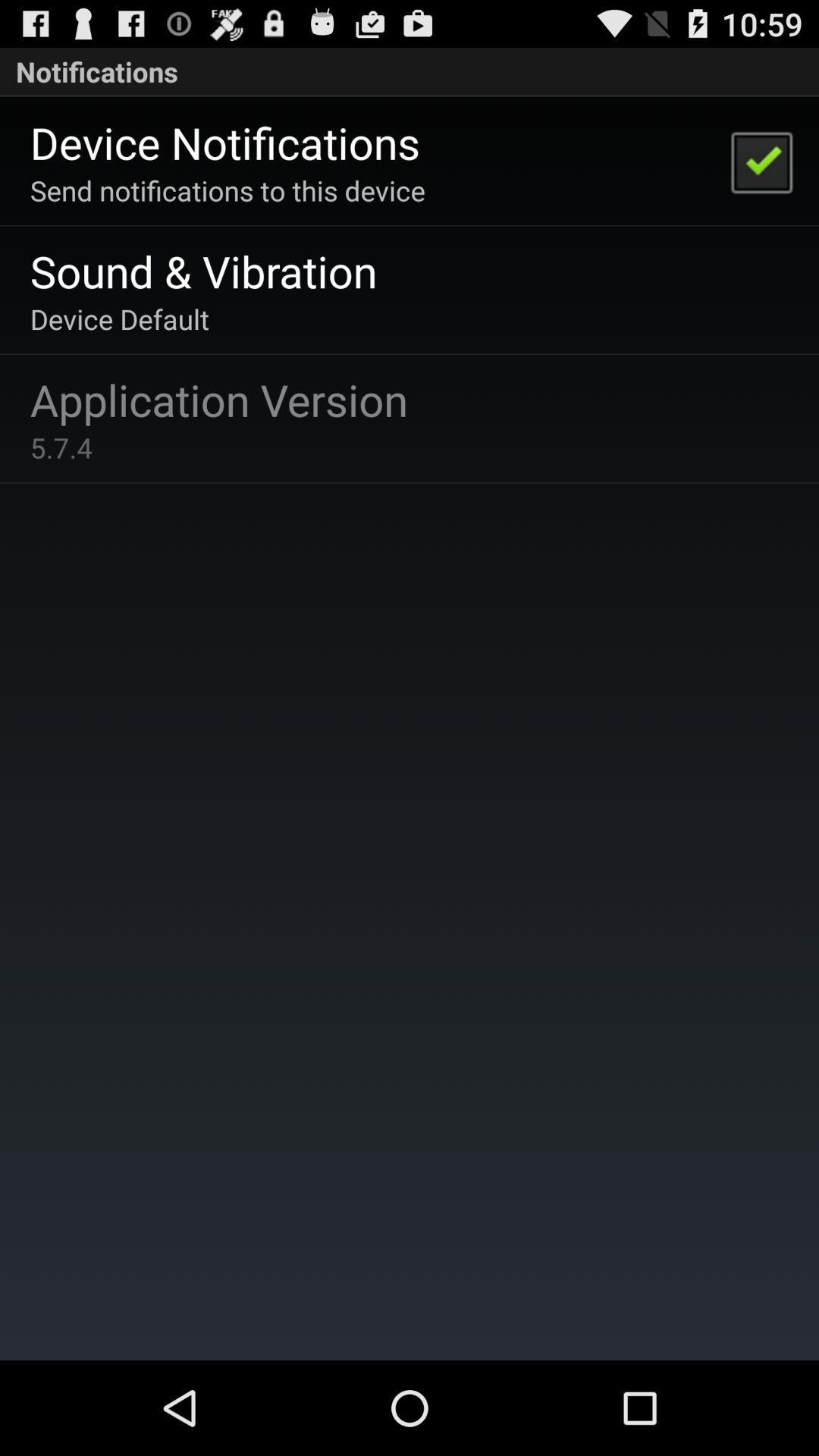 The width and height of the screenshot is (819, 1456). What do you see at coordinates (761, 161) in the screenshot?
I see `the icon below the notifications` at bounding box center [761, 161].